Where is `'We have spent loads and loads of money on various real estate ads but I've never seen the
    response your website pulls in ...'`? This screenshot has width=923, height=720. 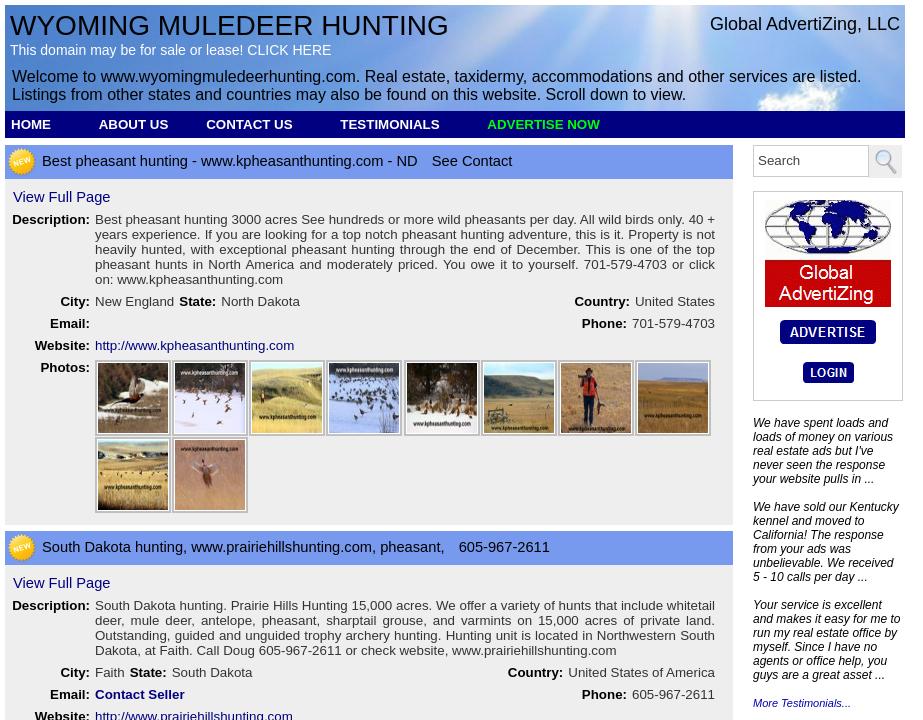 'We have spent loads and loads of money on various real estate ads but I've never seen the
    response your website pulls in ...' is located at coordinates (751, 451).